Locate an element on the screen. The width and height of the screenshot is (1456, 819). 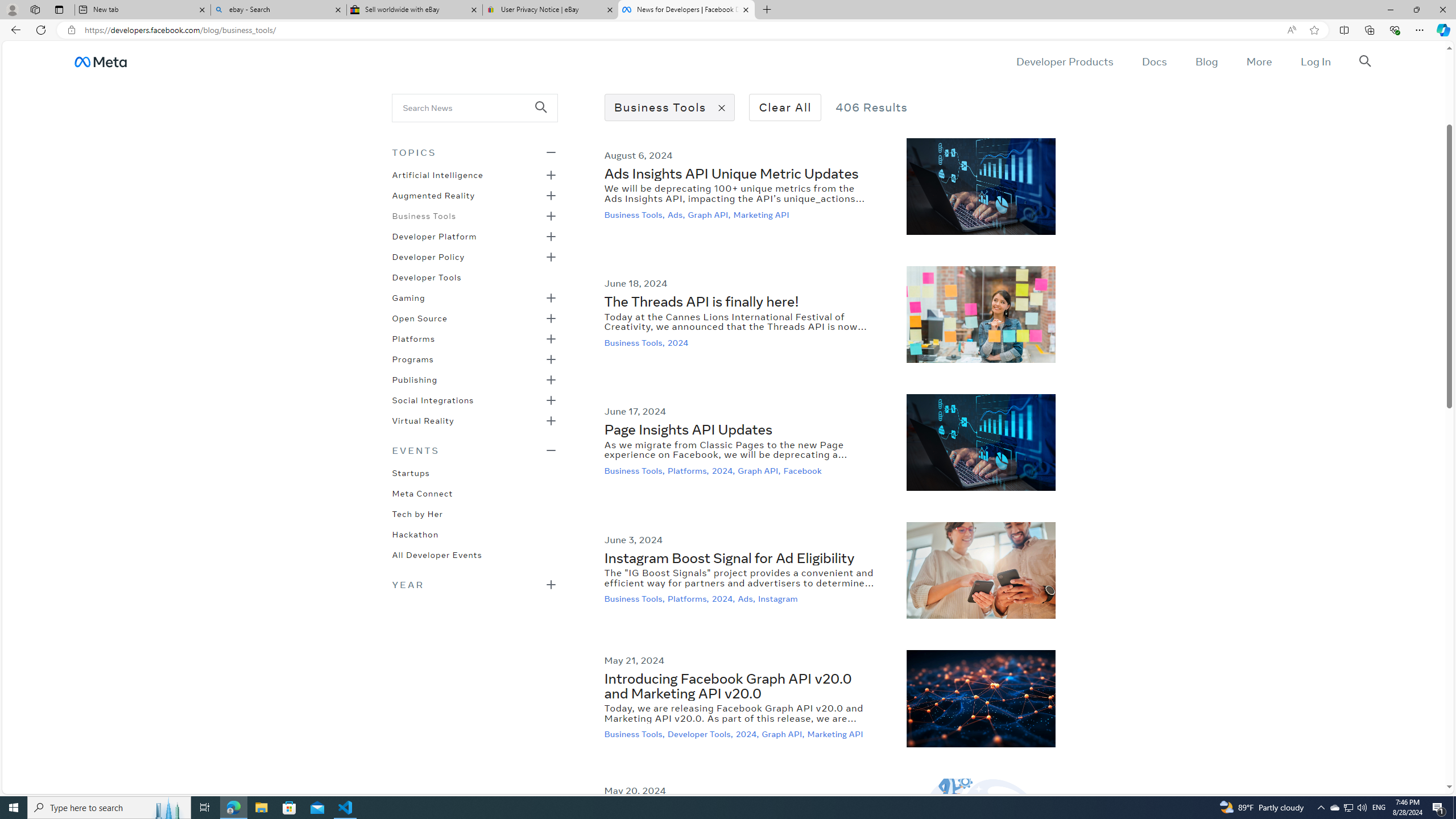
'Virtual Reality' is located at coordinates (422, 419).